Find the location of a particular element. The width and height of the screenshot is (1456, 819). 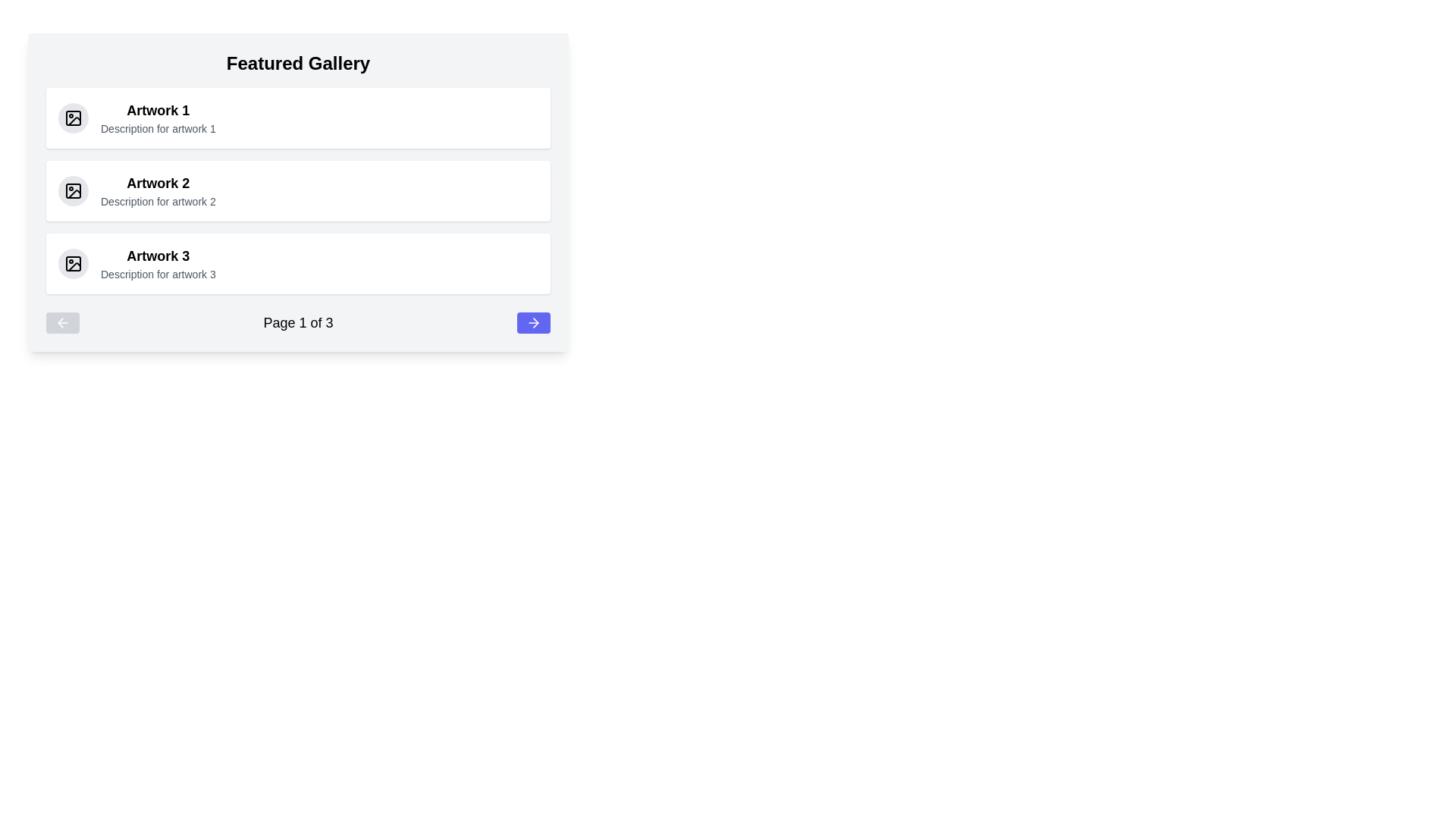

the text display block that shows the name and description of the first artwork in the featured gallery list, located under the 'Featured Gallery' title is located at coordinates (158, 117).